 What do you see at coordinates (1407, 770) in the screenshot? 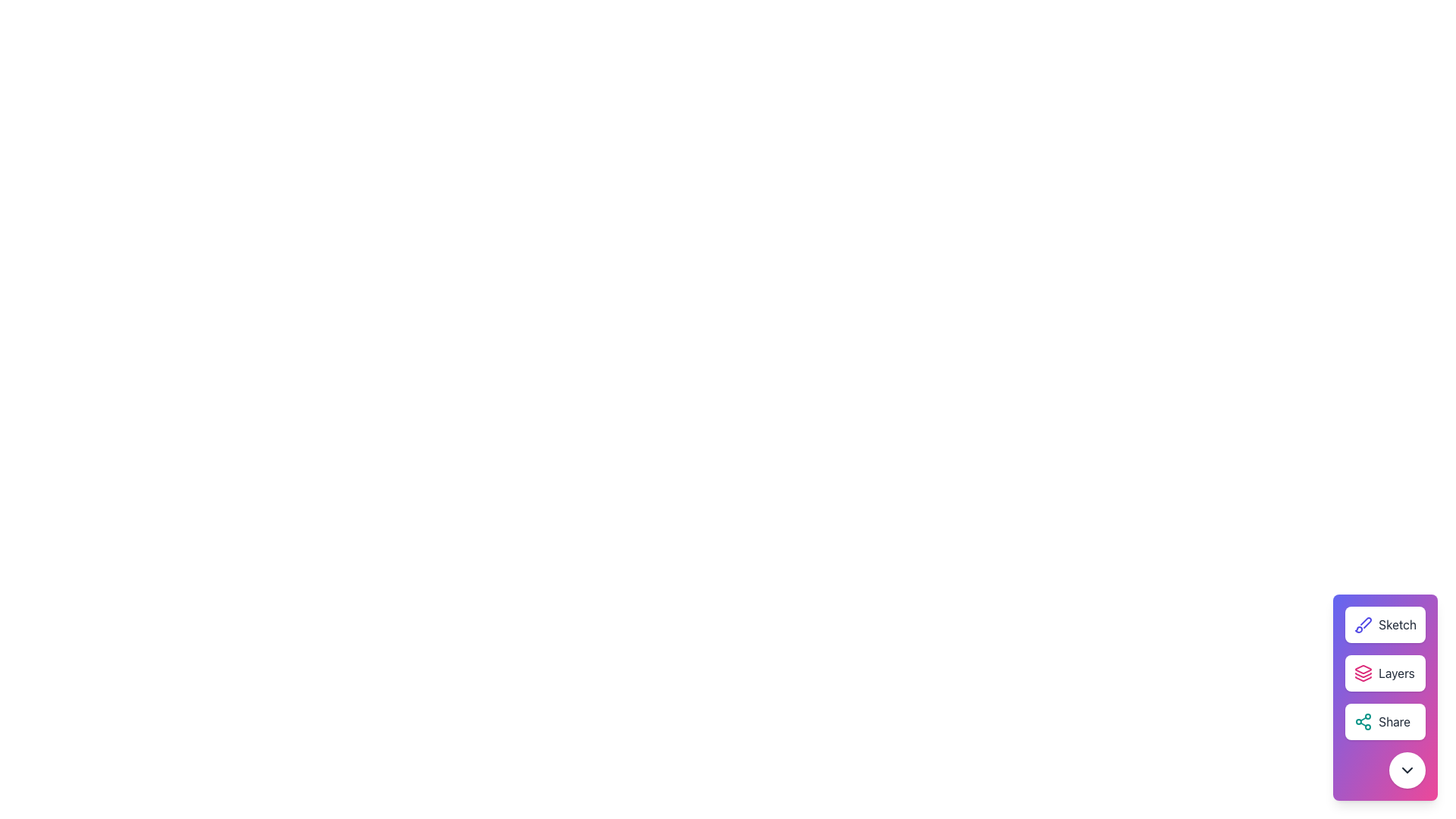
I see `the downward-pointing chevron icon within the circular white button located at the bottom-right corner of the interface` at bounding box center [1407, 770].